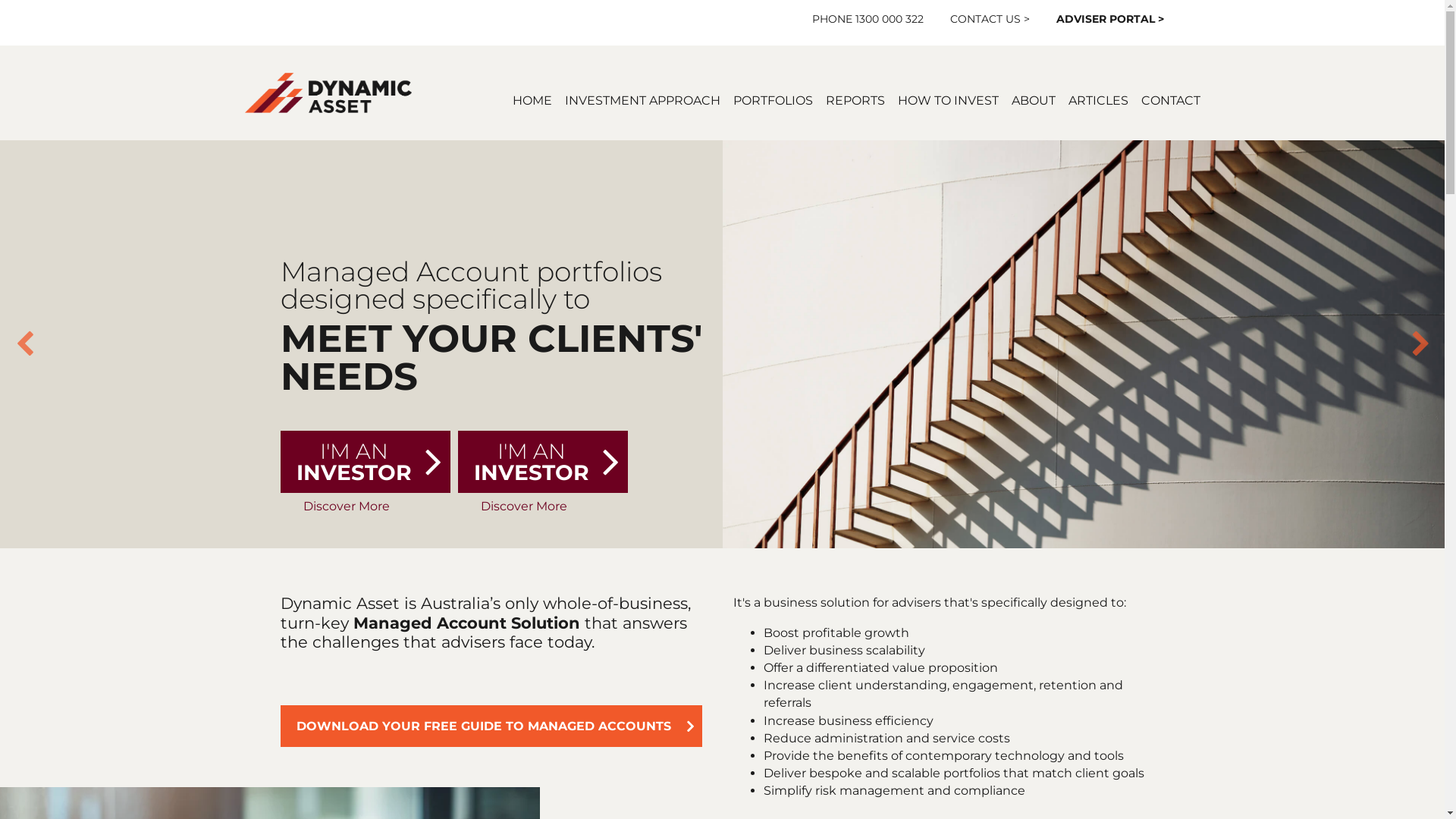 The width and height of the screenshot is (1456, 819). I want to click on 'I'M AN, so click(280, 461).